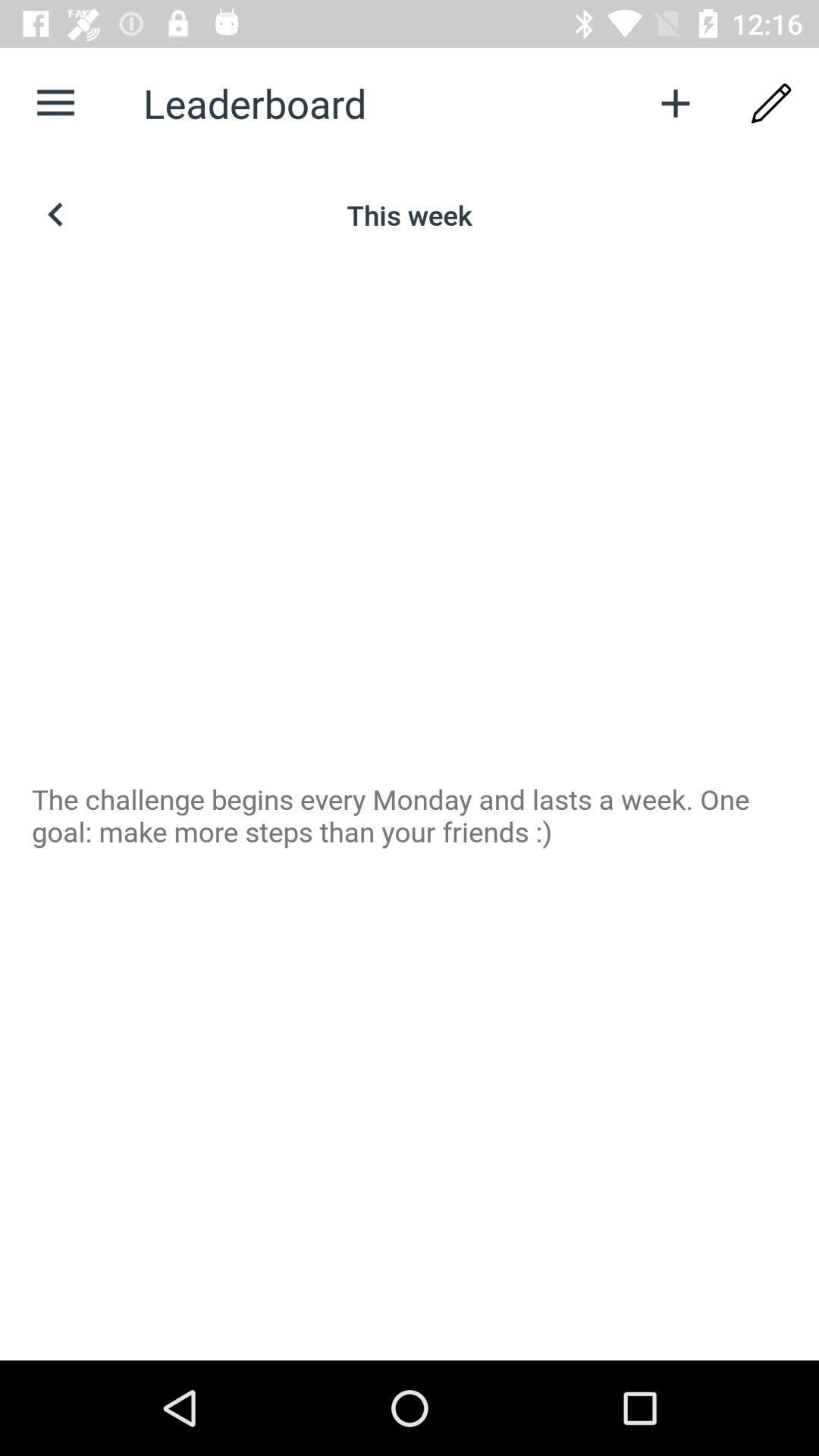 This screenshot has height=1456, width=819. I want to click on the item to the left of the this week icon, so click(55, 214).